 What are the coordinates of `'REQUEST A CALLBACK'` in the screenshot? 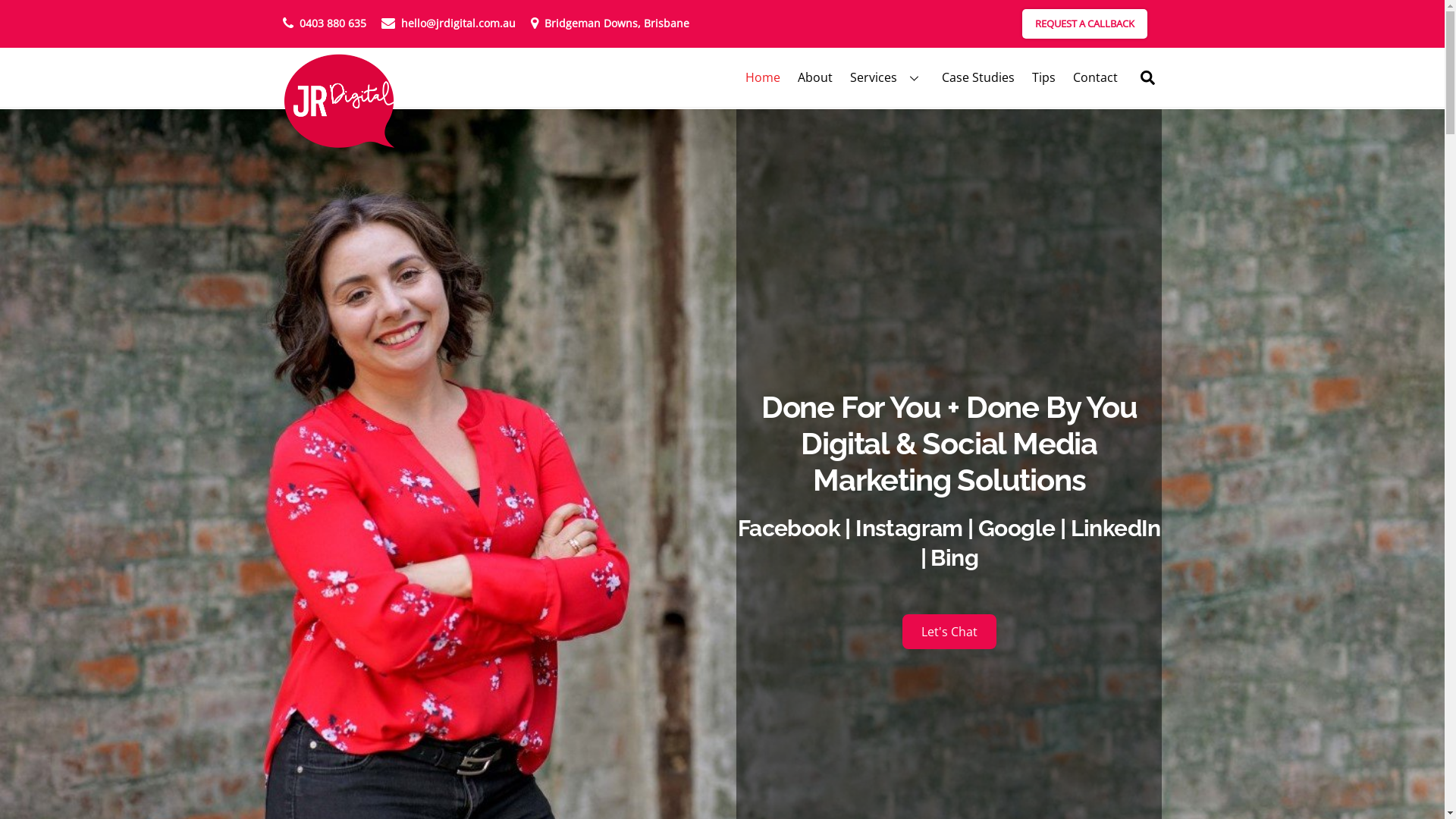 It's located at (1084, 23).